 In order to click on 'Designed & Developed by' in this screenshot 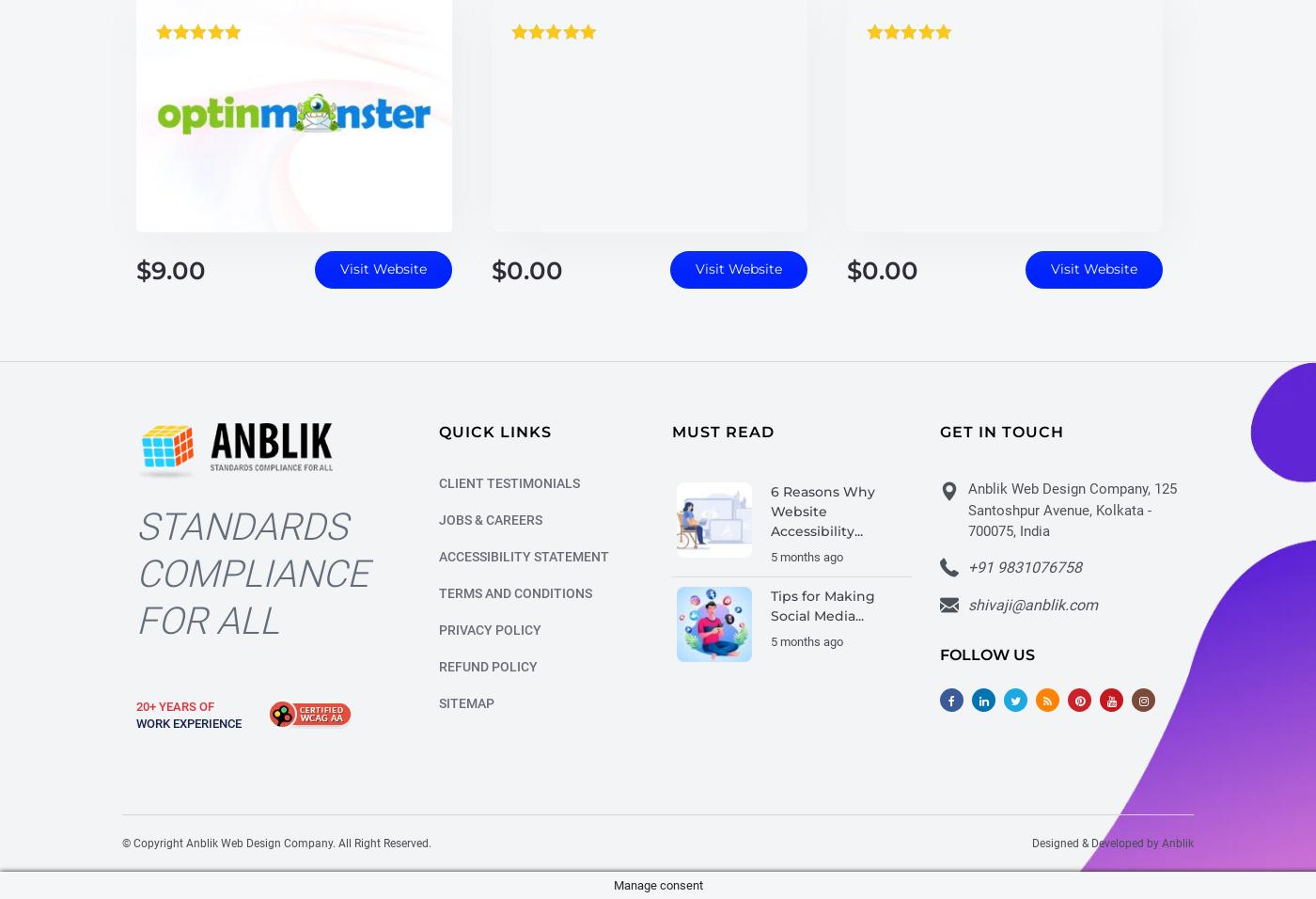, I will do `click(1097, 845)`.